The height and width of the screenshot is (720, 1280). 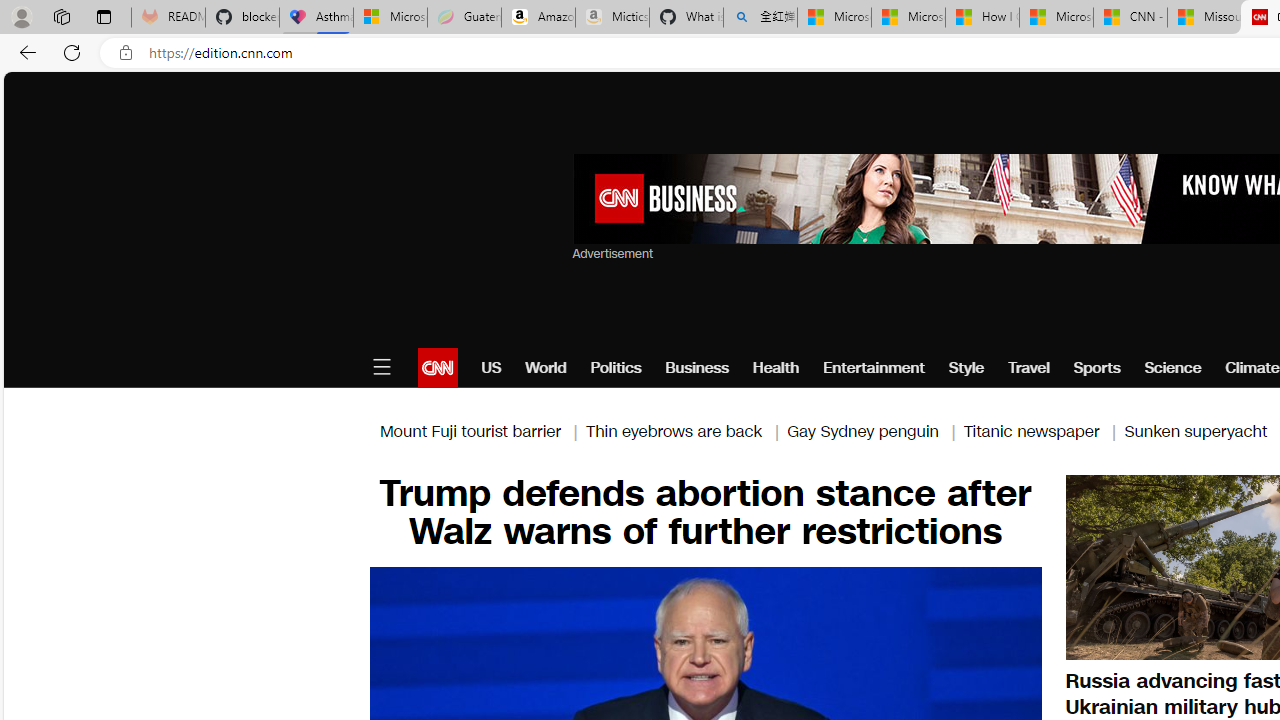 I want to click on 'Travel', so click(x=1029, y=367).